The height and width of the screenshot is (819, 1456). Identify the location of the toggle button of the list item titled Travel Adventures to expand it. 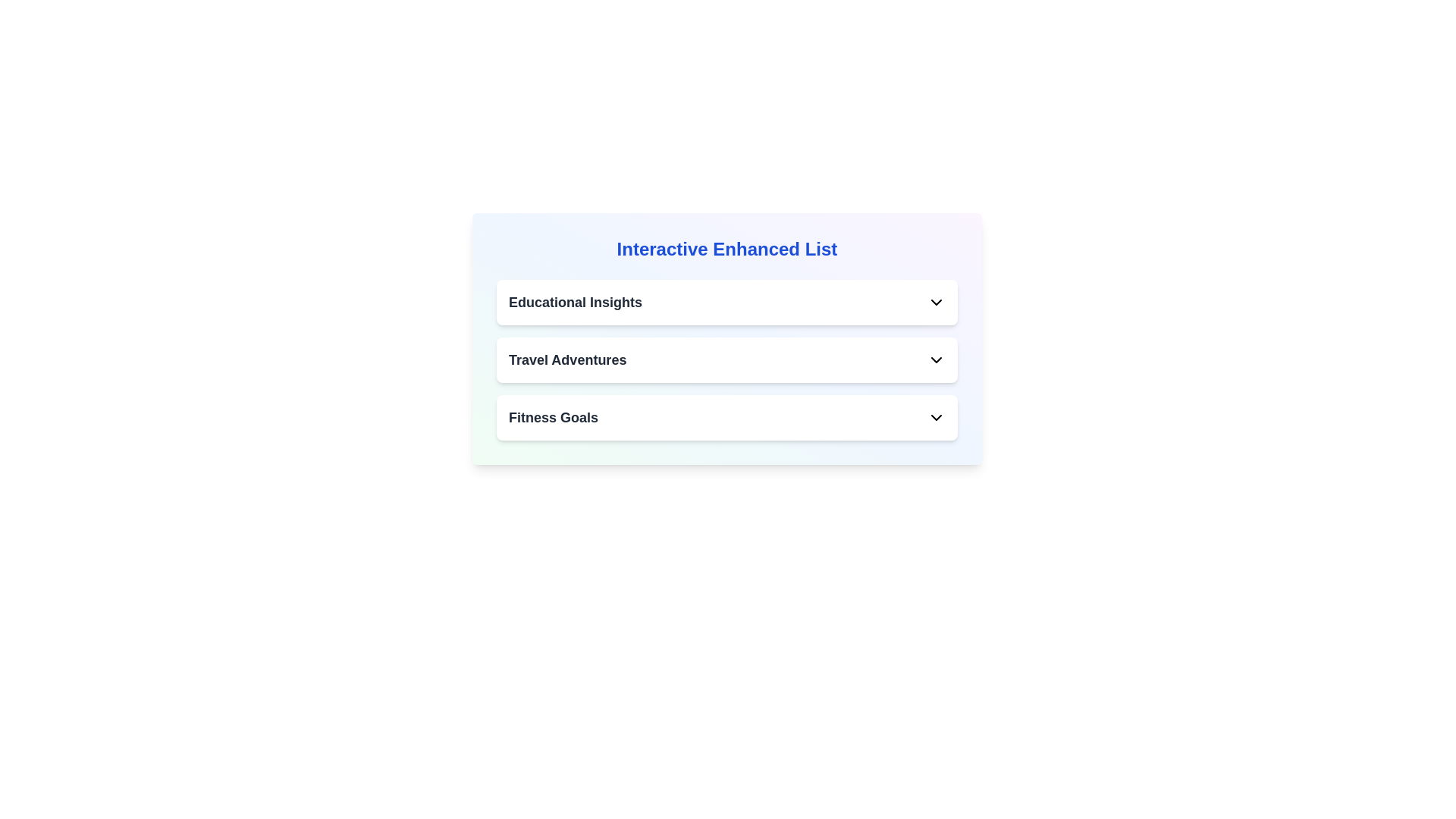
(935, 359).